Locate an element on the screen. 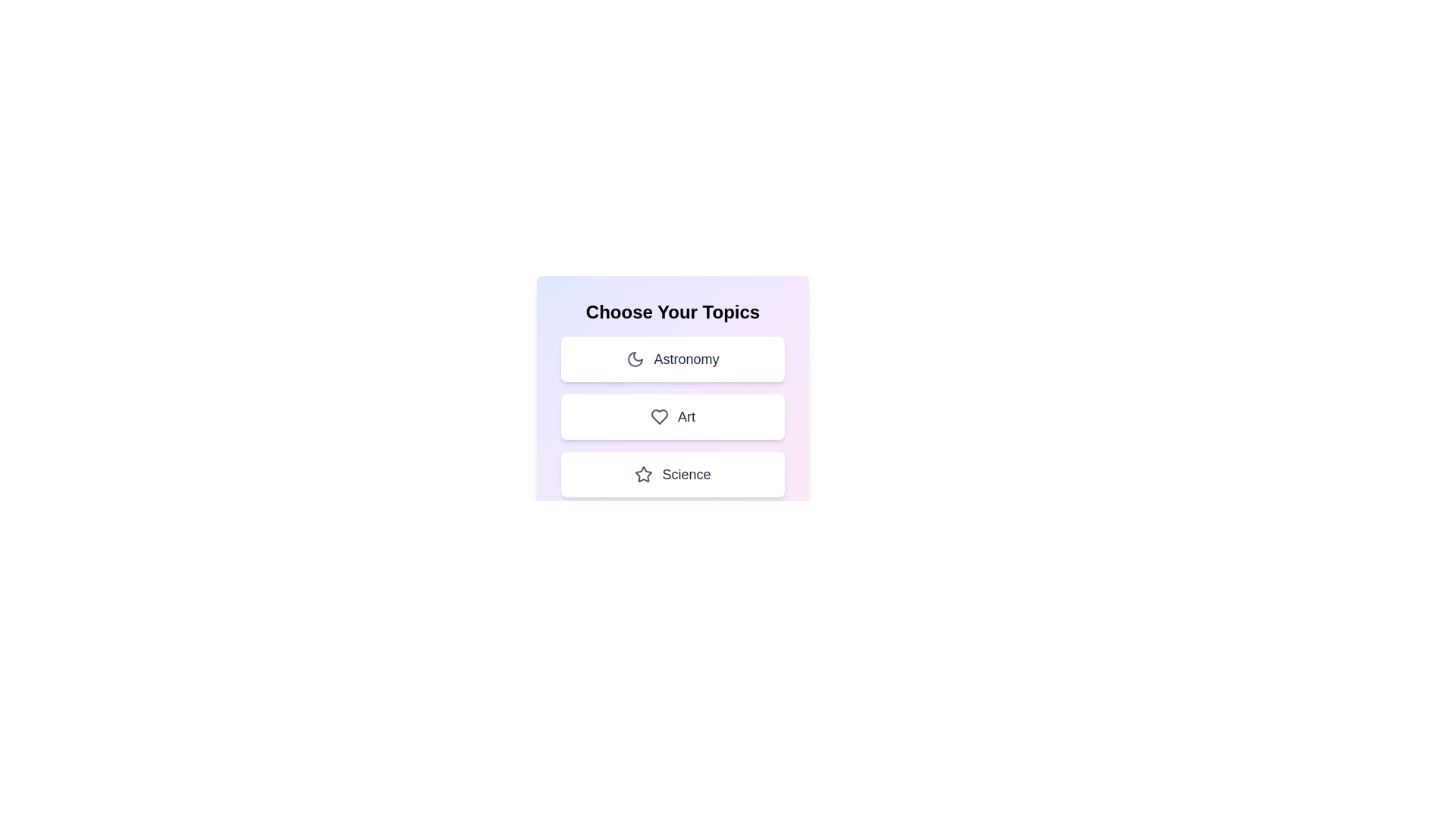 The image size is (1456, 819). the topic Astronomy by clicking on its corresponding area is located at coordinates (672, 359).